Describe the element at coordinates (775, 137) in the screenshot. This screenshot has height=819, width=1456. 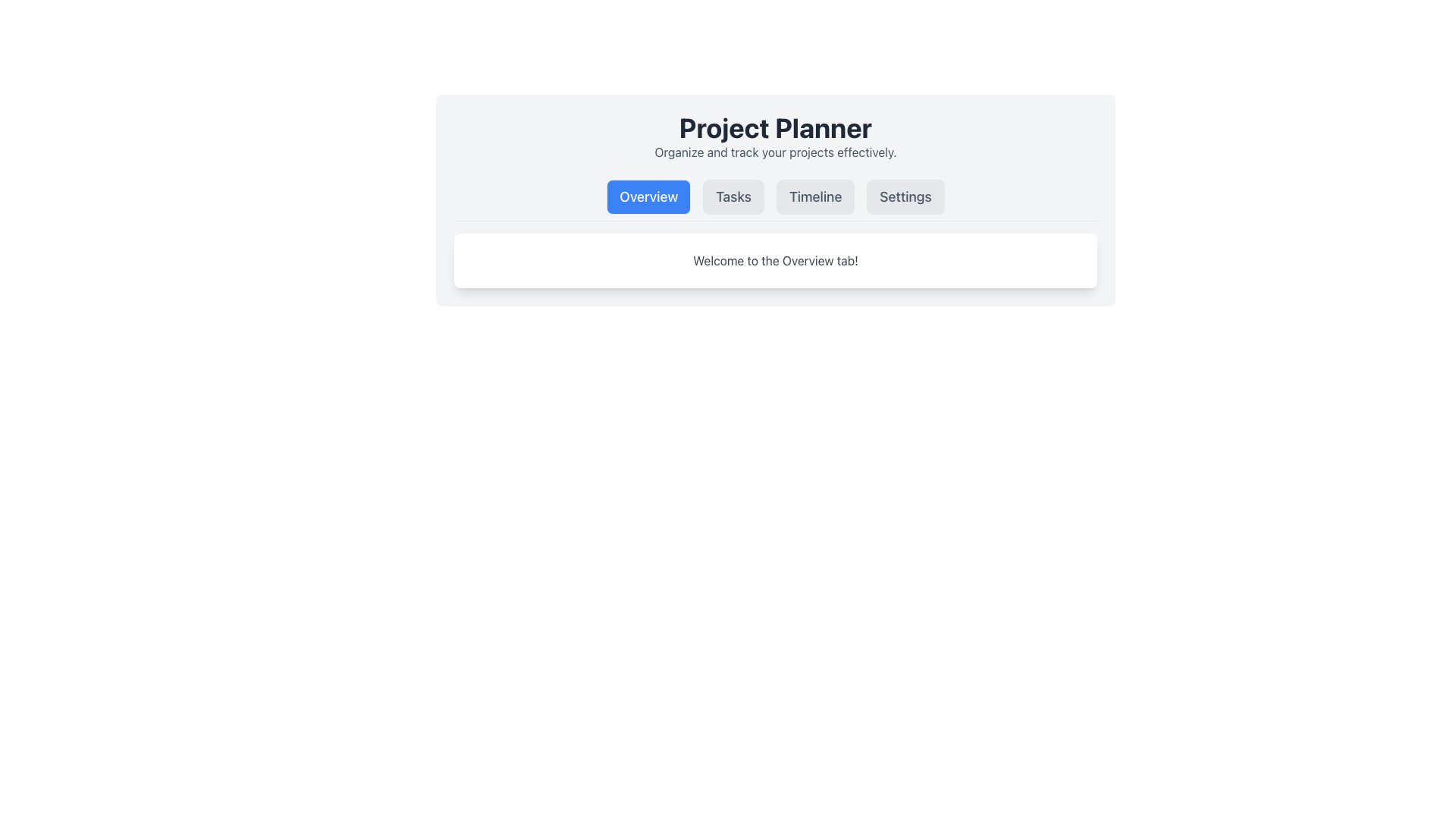
I see `text of the Header with subheading that serves as the title and initial description for the project planning tool interface` at that location.